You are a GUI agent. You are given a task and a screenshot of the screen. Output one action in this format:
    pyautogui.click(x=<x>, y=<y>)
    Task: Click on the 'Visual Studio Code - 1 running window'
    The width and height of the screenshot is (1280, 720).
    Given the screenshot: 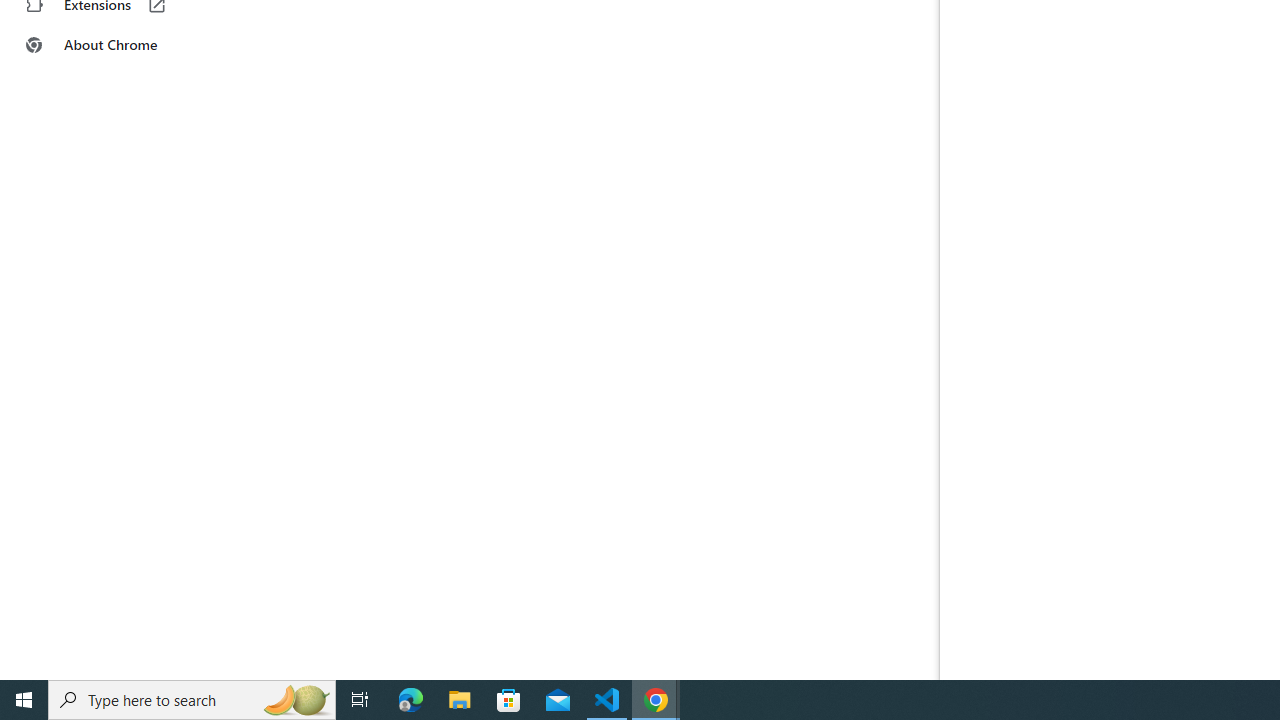 What is the action you would take?
    pyautogui.click(x=606, y=698)
    